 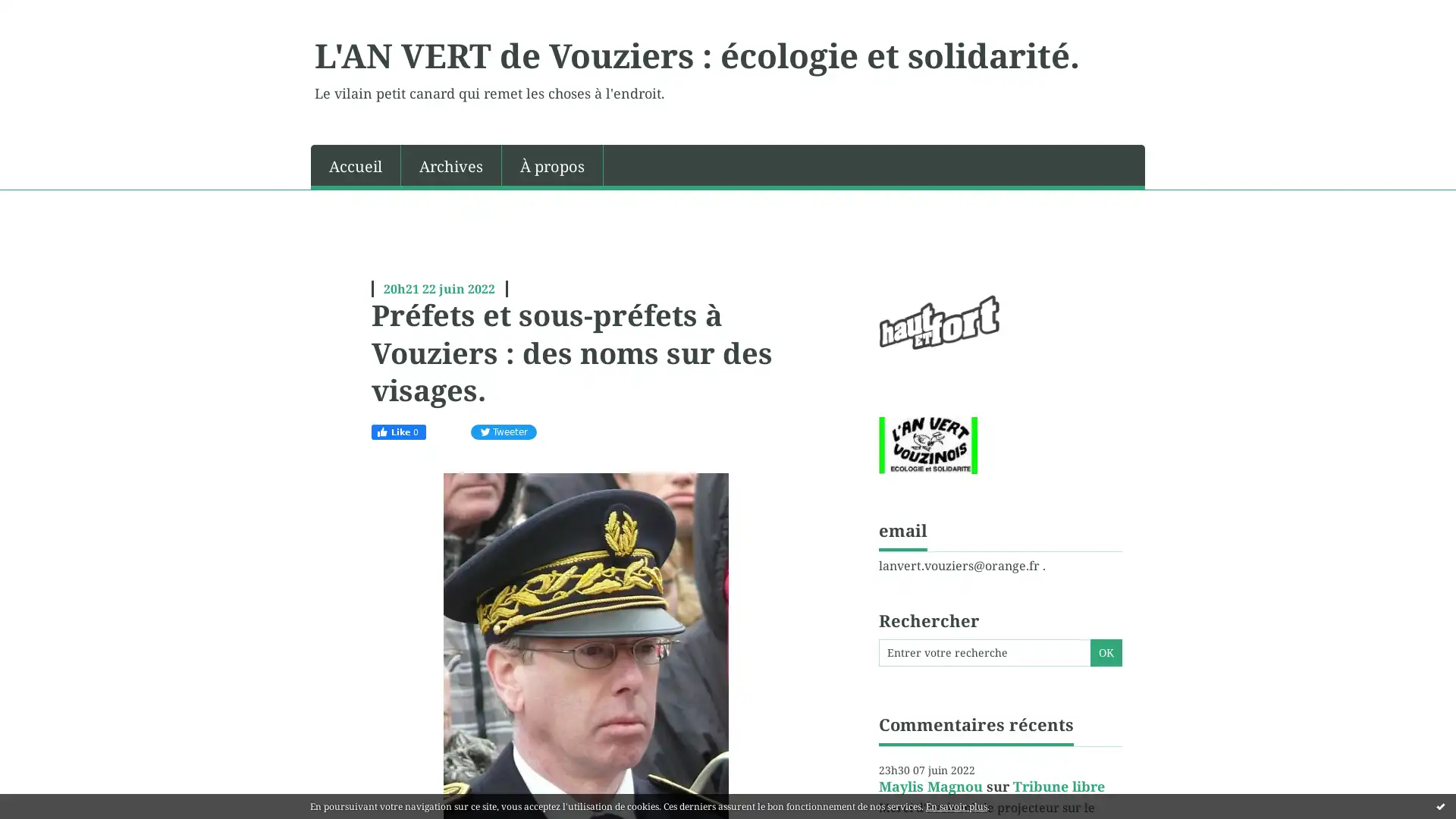 What do you see at coordinates (1106, 651) in the screenshot?
I see `OK` at bounding box center [1106, 651].